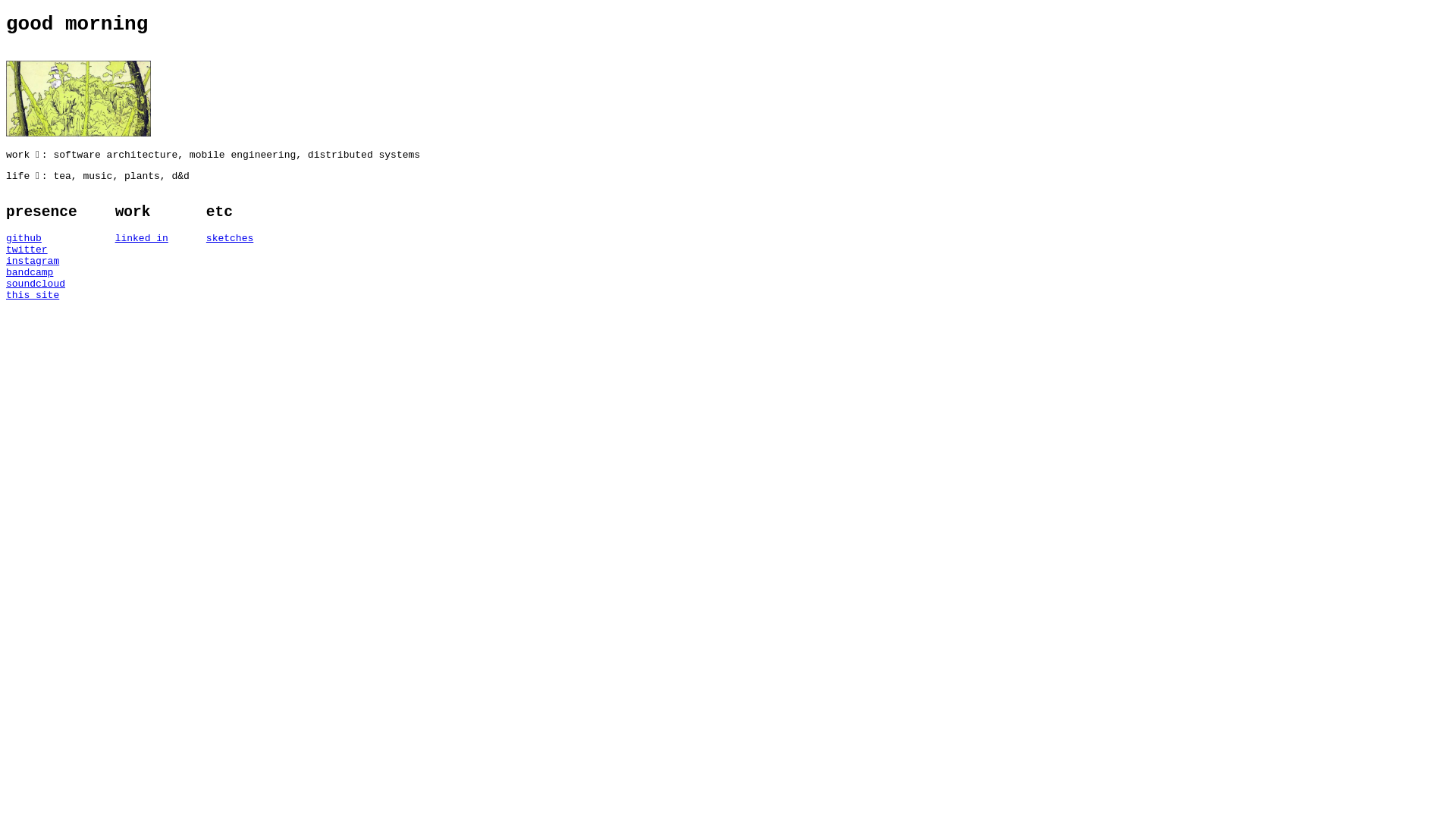  Describe the element at coordinates (6, 260) in the screenshot. I see `'instagram'` at that location.